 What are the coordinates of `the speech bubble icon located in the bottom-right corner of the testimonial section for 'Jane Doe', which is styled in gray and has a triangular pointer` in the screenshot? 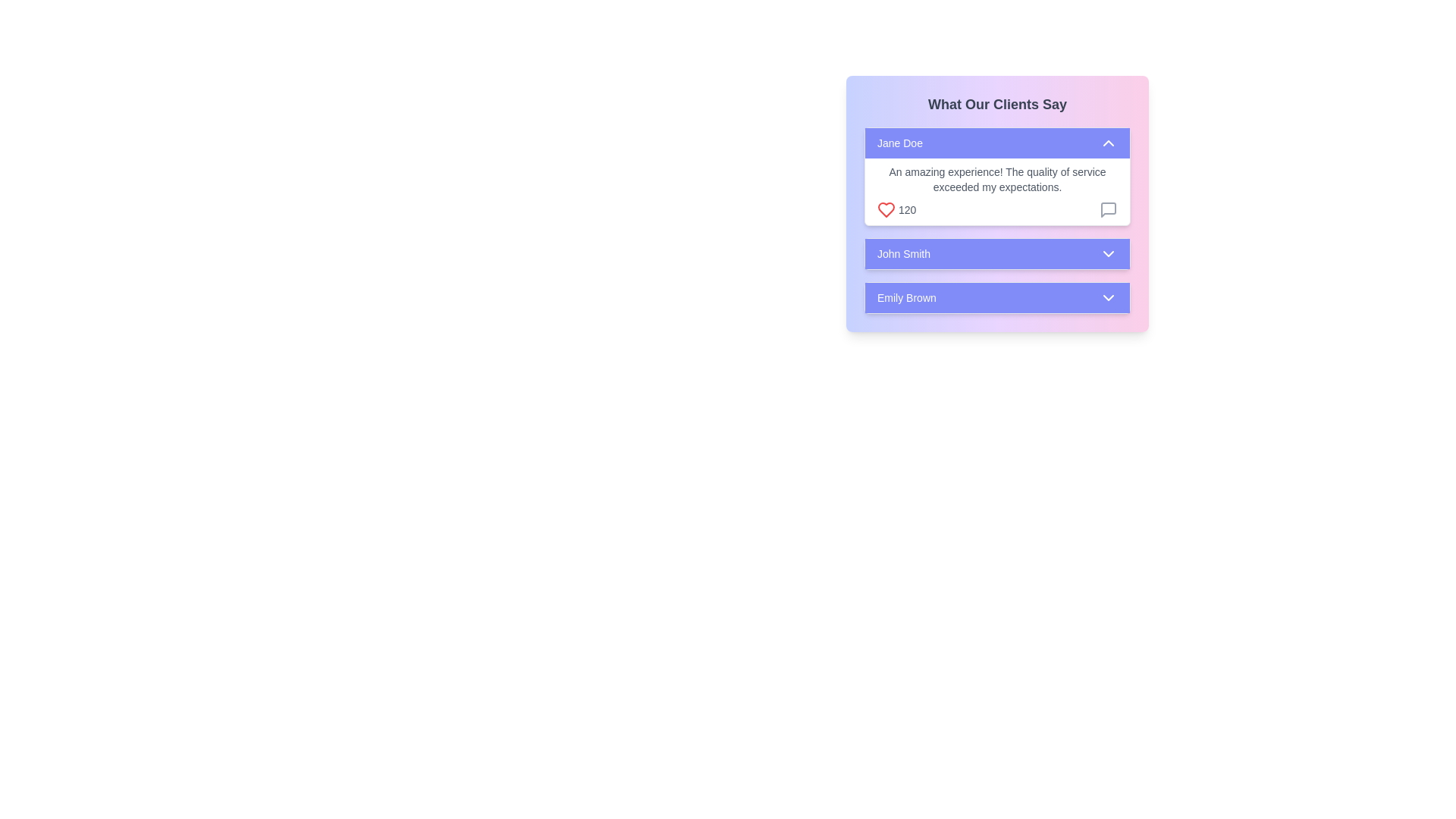 It's located at (1109, 210).